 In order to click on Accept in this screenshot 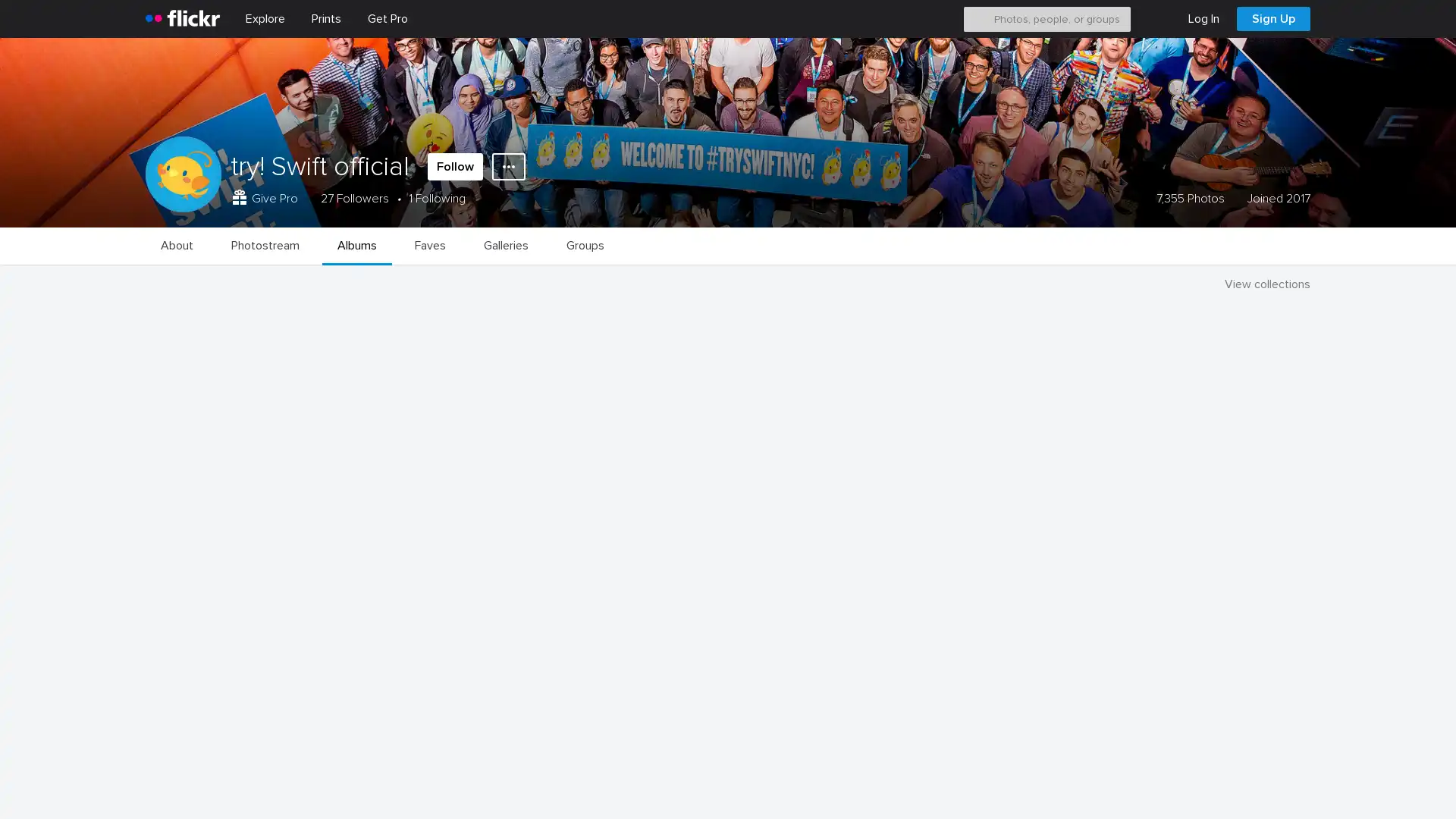, I will do `click(1156, 789)`.